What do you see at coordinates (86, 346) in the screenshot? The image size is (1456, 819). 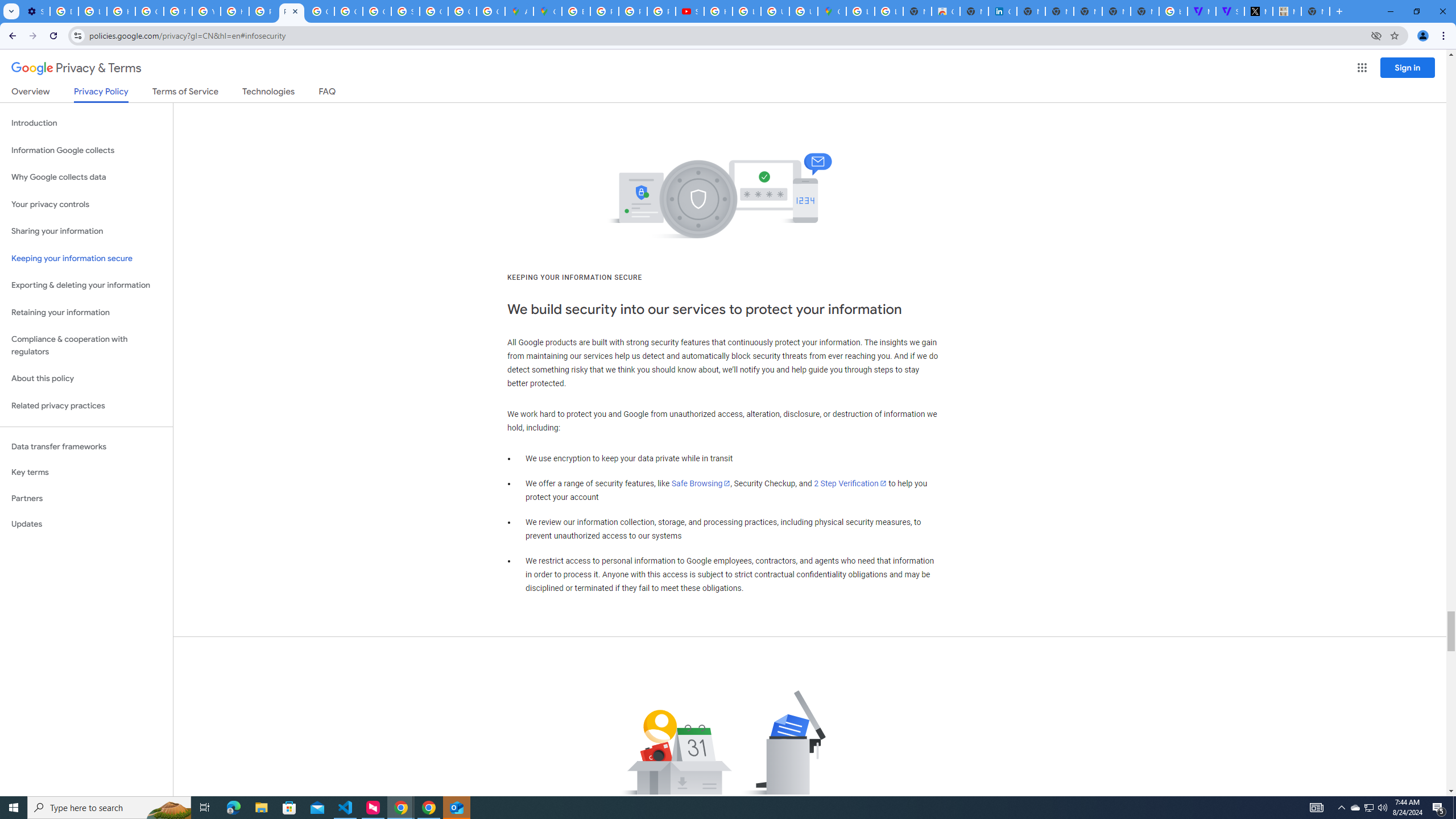 I see `'Compliance & cooperation with regulators'` at bounding box center [86, 346].